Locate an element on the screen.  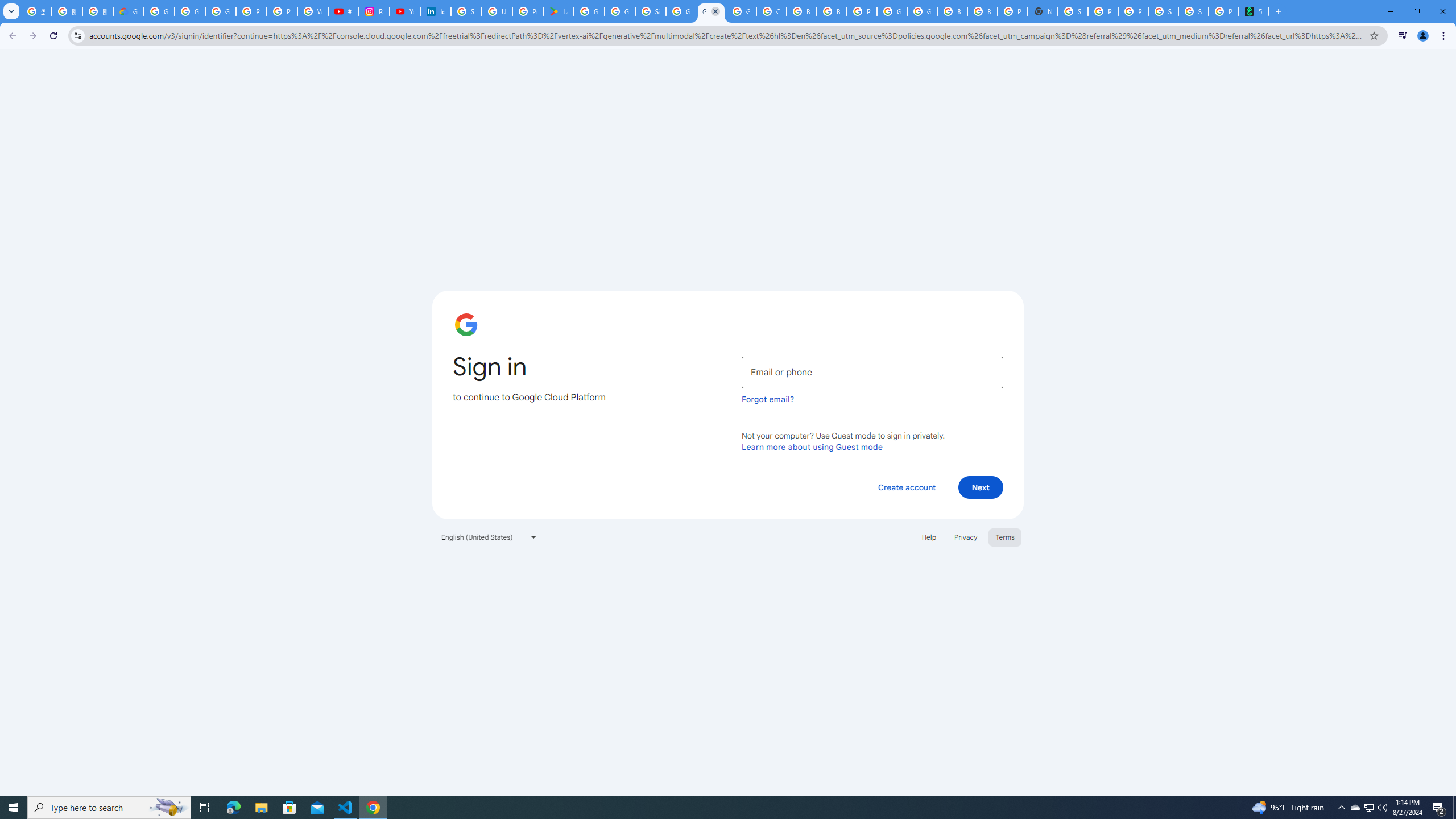
'Create account' is located at coordinates (906, 486).